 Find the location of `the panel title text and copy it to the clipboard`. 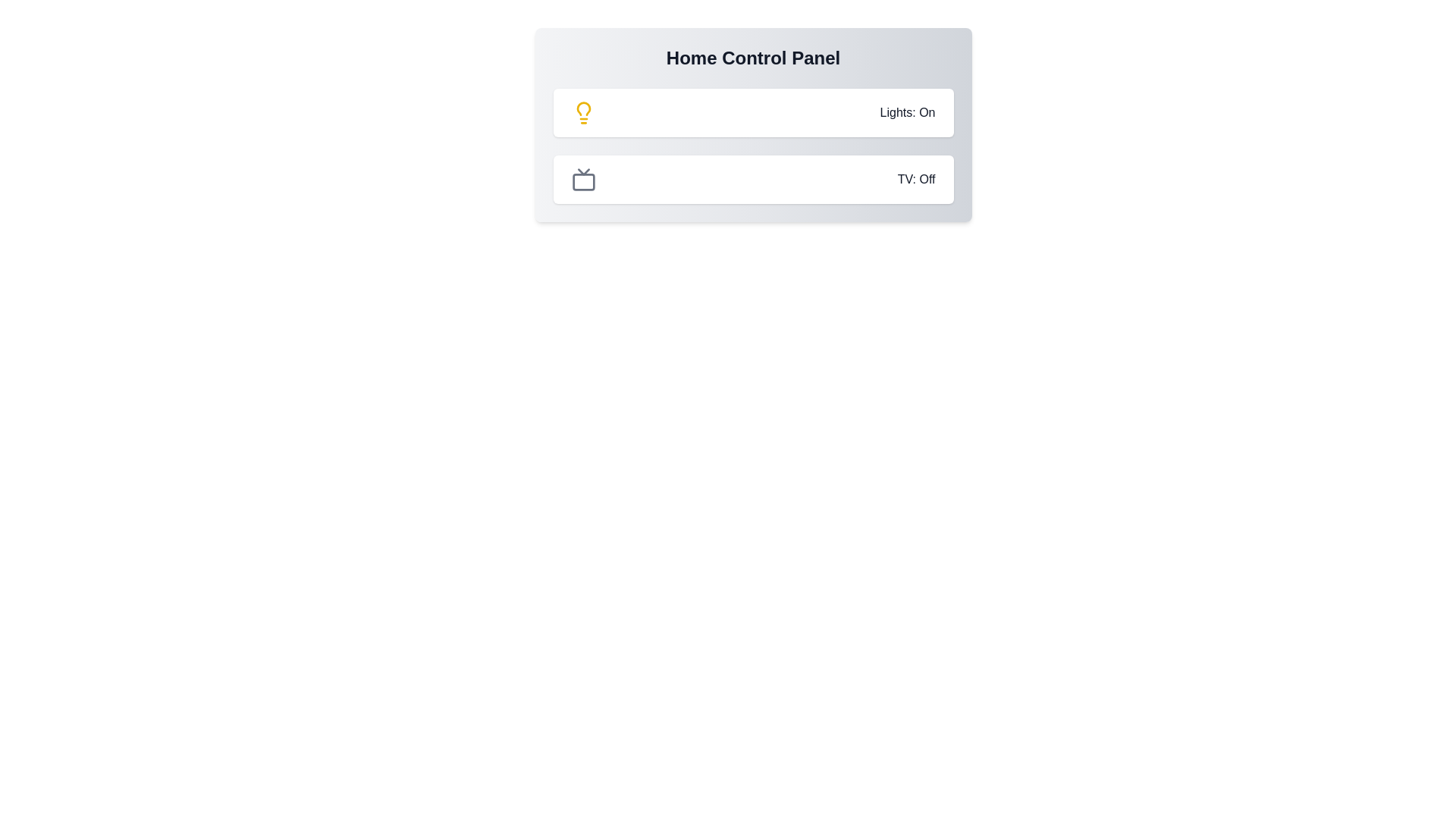

the panel title text and copy it to the clipboard is located at coordinates (552, 45).